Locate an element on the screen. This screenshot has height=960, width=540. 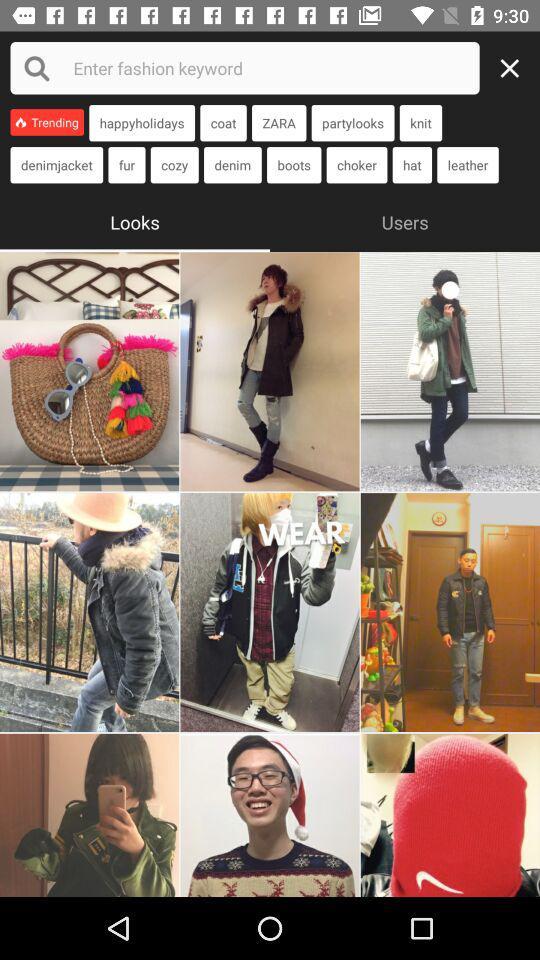
the close icon is located at coordinates (515, 68).